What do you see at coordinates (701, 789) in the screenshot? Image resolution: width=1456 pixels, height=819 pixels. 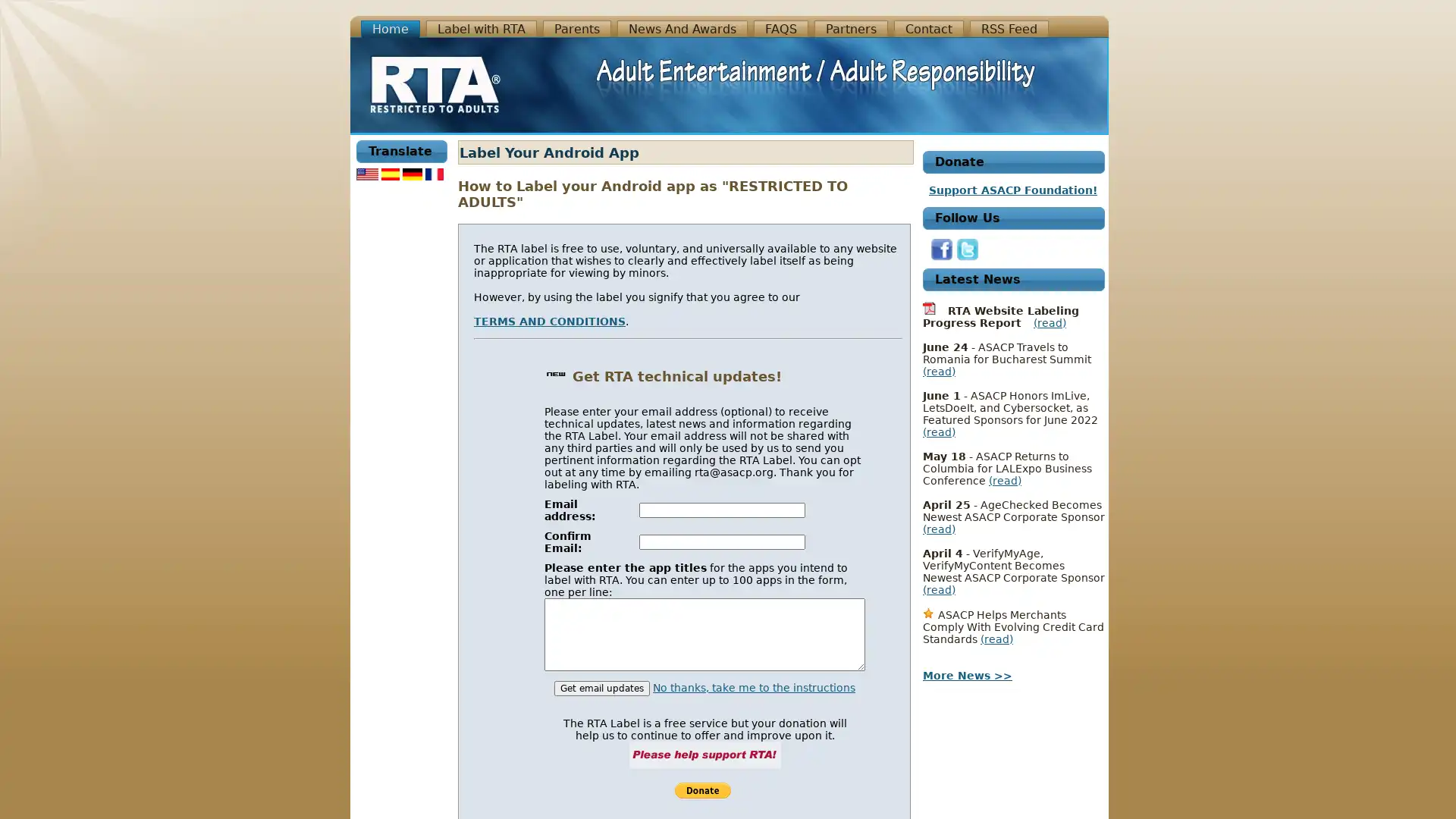 I see `Support RTA!` at bounding box center [701, 789].